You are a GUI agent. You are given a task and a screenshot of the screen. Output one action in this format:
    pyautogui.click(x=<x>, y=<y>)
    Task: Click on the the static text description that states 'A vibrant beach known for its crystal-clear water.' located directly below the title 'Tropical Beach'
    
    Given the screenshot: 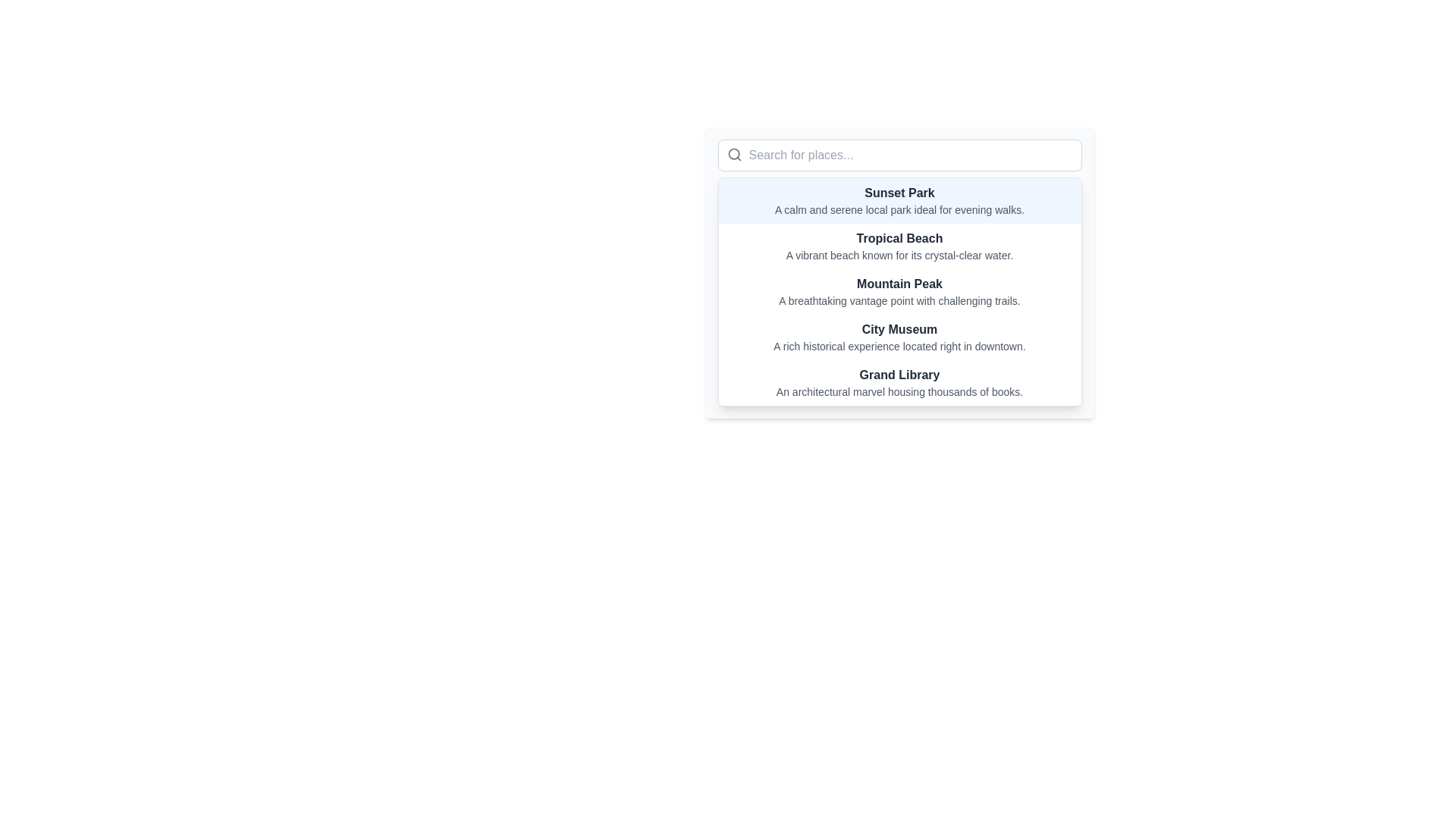 What is the action you would take?
    pyautogui.click(x=899, y=254)
    